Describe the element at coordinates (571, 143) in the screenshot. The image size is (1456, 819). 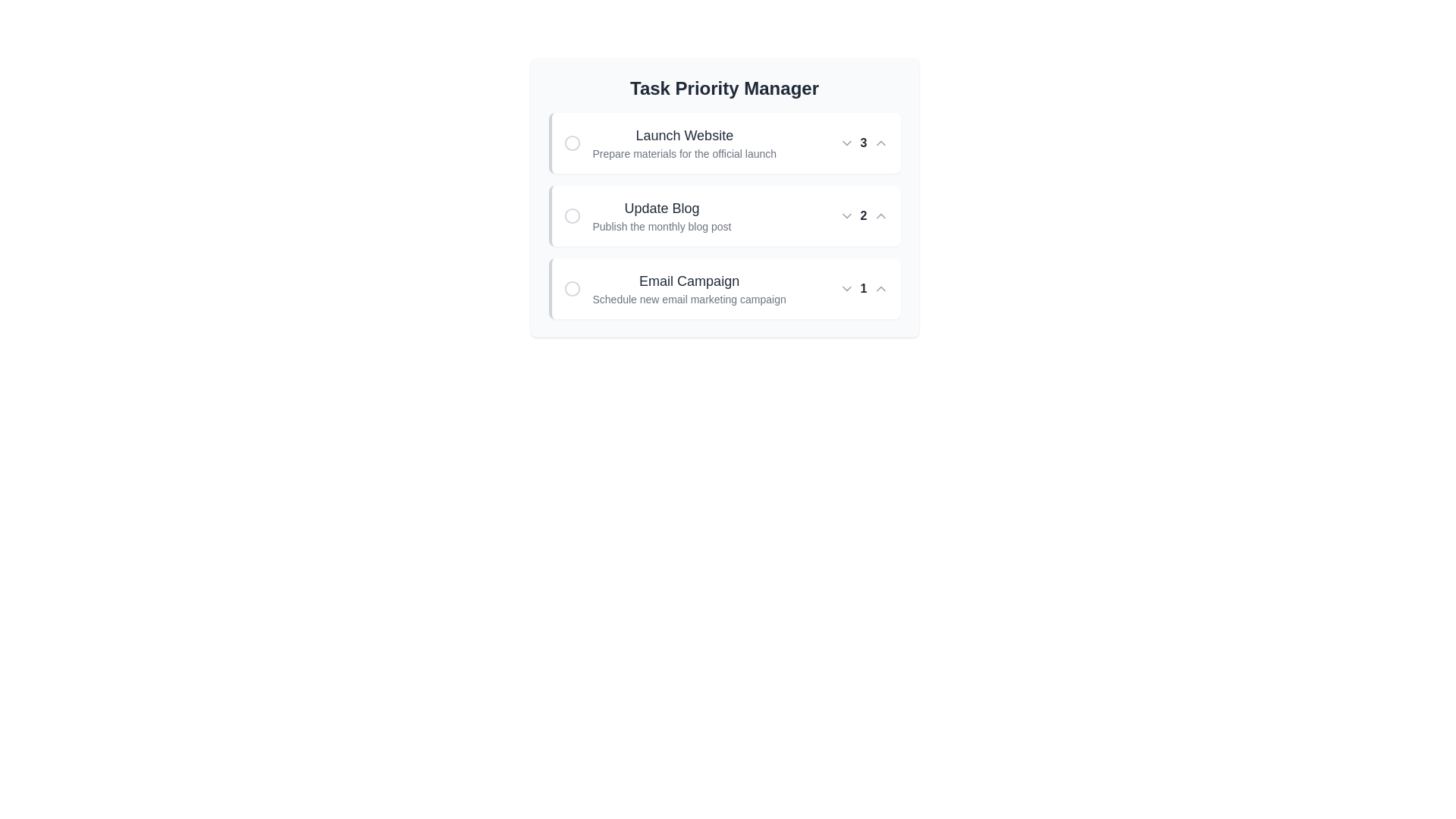
I see `the graphical circle icon representing the status of the 'Launch Website' task in the top-left corner of the task item` at that location.